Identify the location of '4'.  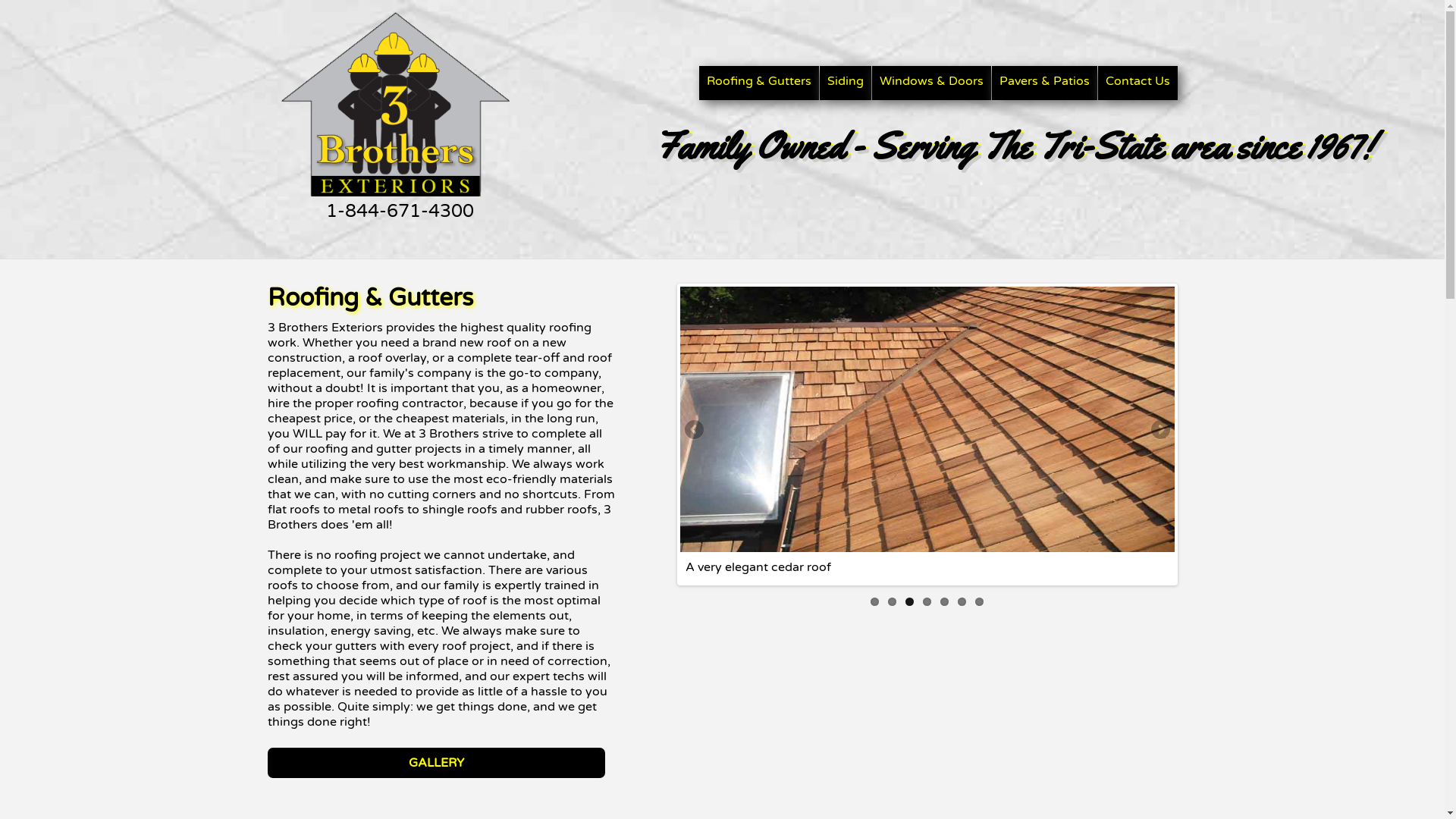
(926, 601).